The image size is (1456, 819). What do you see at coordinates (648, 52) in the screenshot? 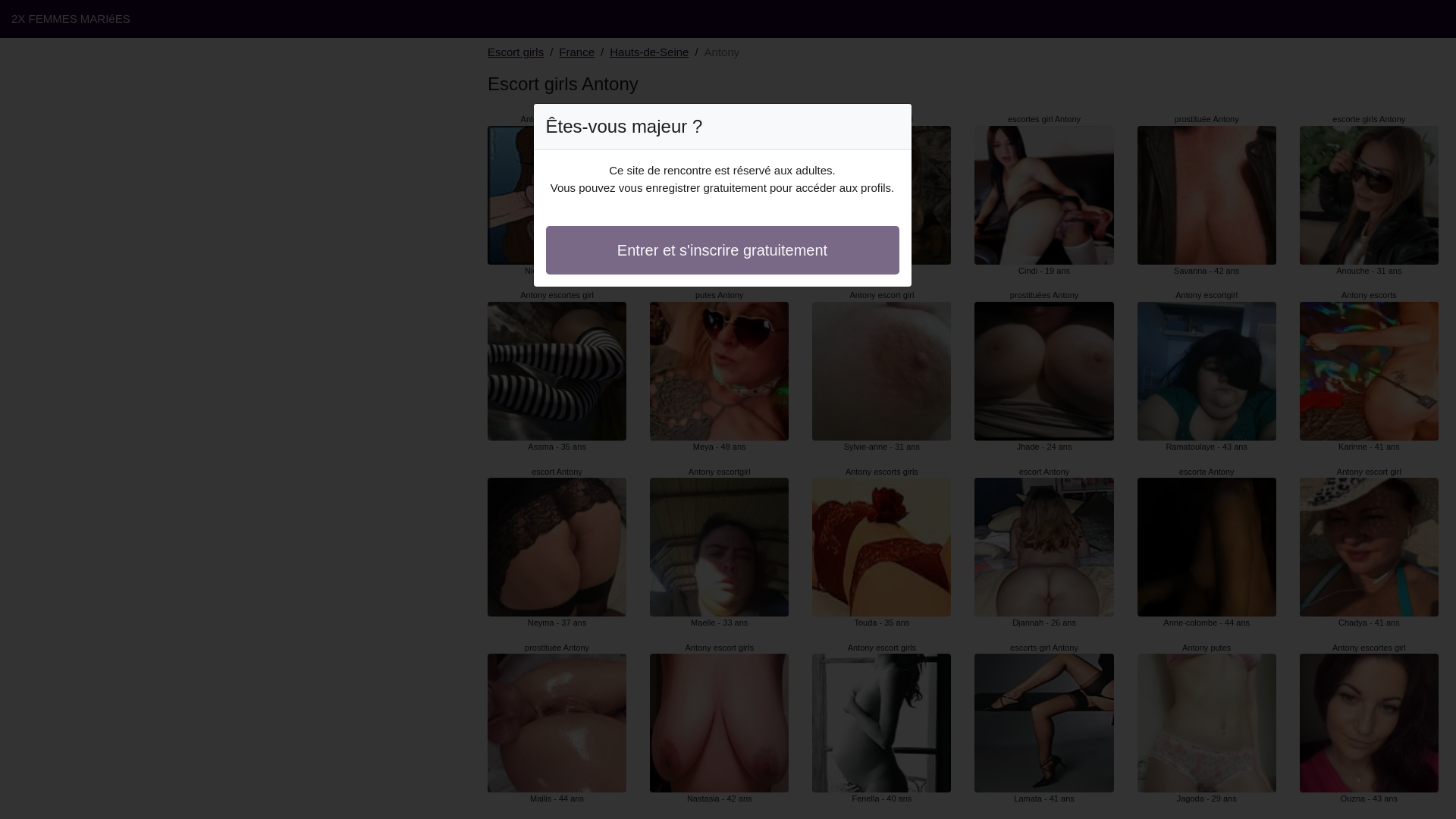
I see `'Hauts-de-Seine'` at bounding box center [648, 52].